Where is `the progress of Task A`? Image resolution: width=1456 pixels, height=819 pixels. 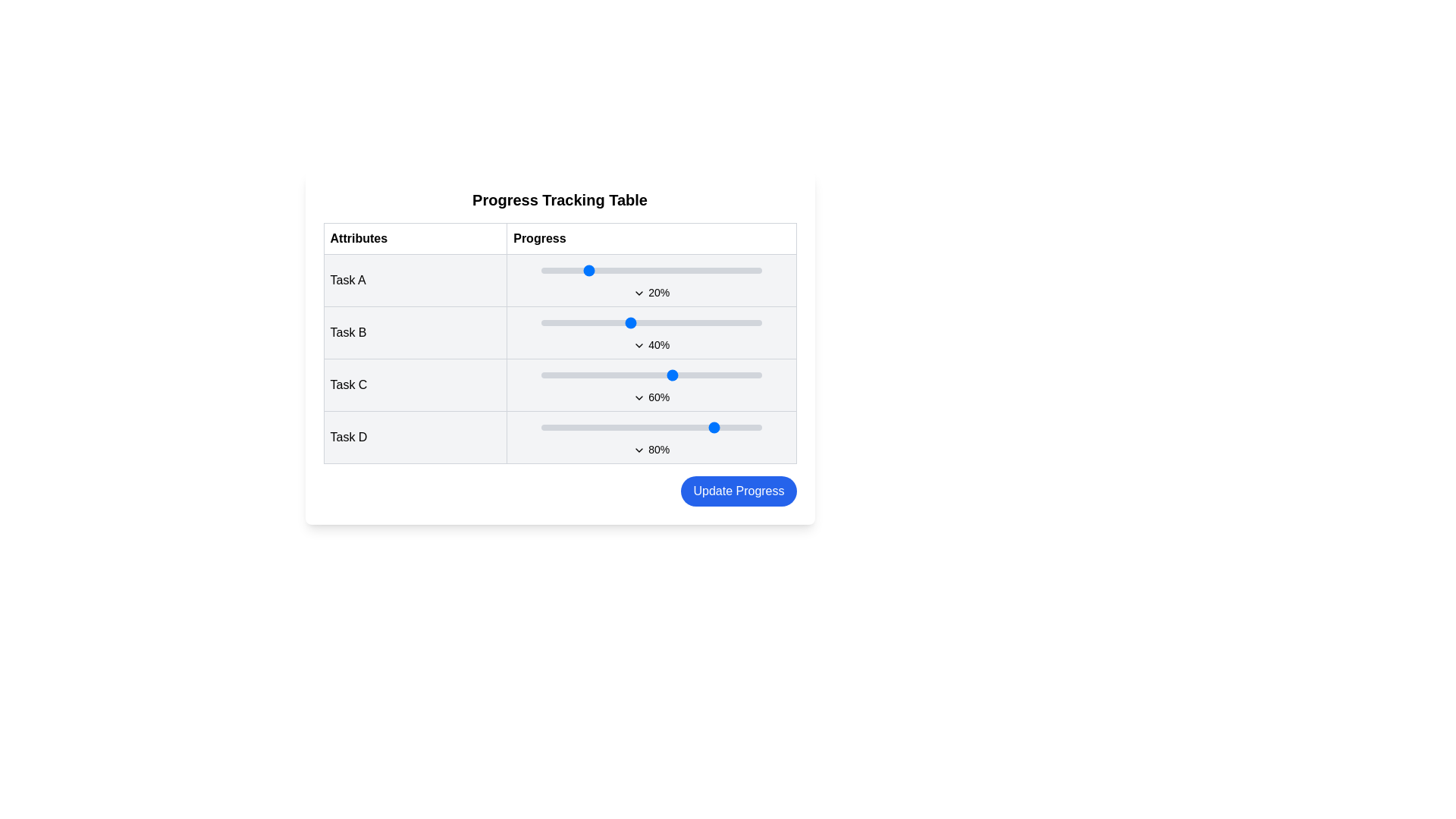 the progress of Task A is located at coordinates (616, 270).